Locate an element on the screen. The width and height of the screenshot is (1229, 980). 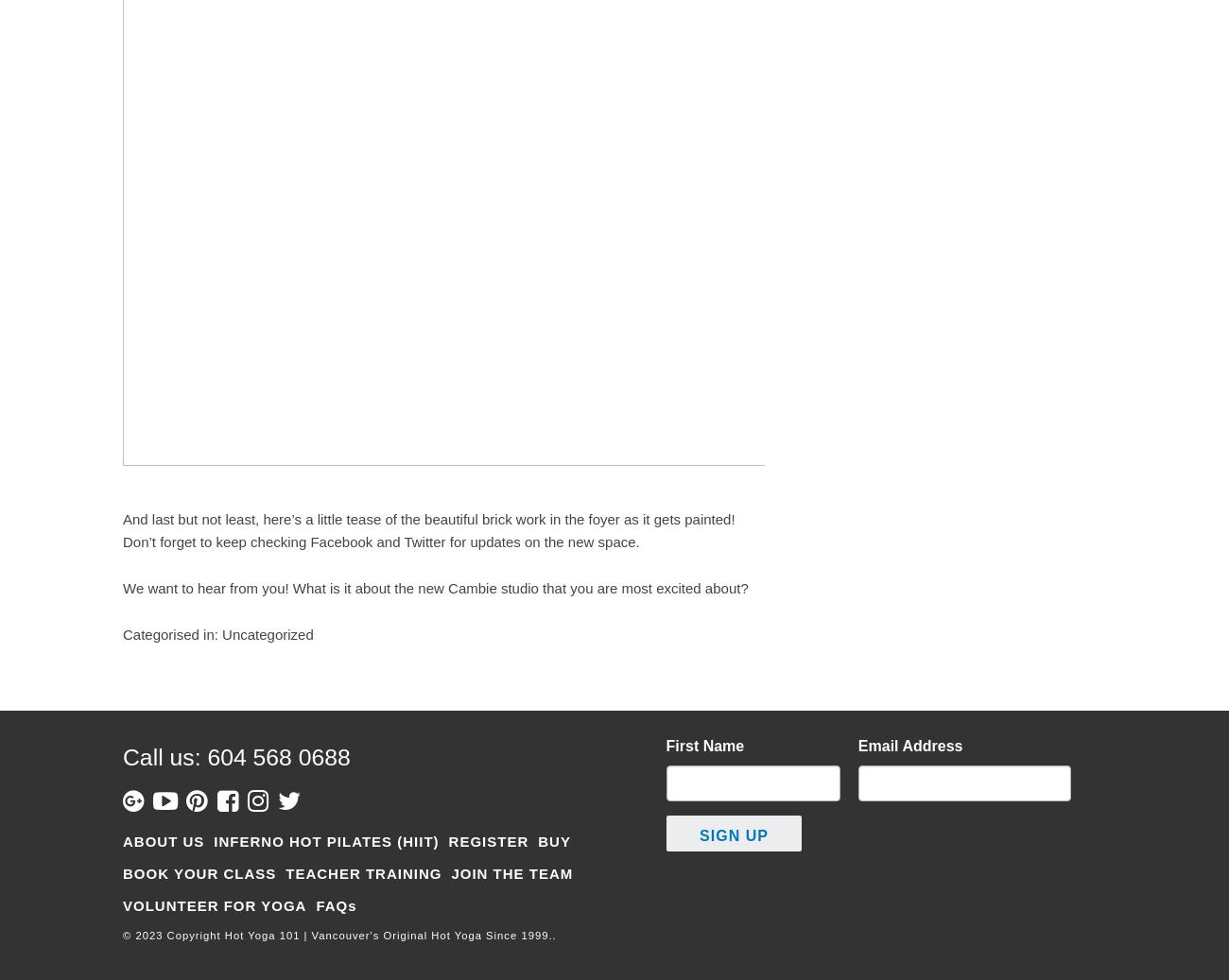
'First Name' is located at coordinates (704, 746).